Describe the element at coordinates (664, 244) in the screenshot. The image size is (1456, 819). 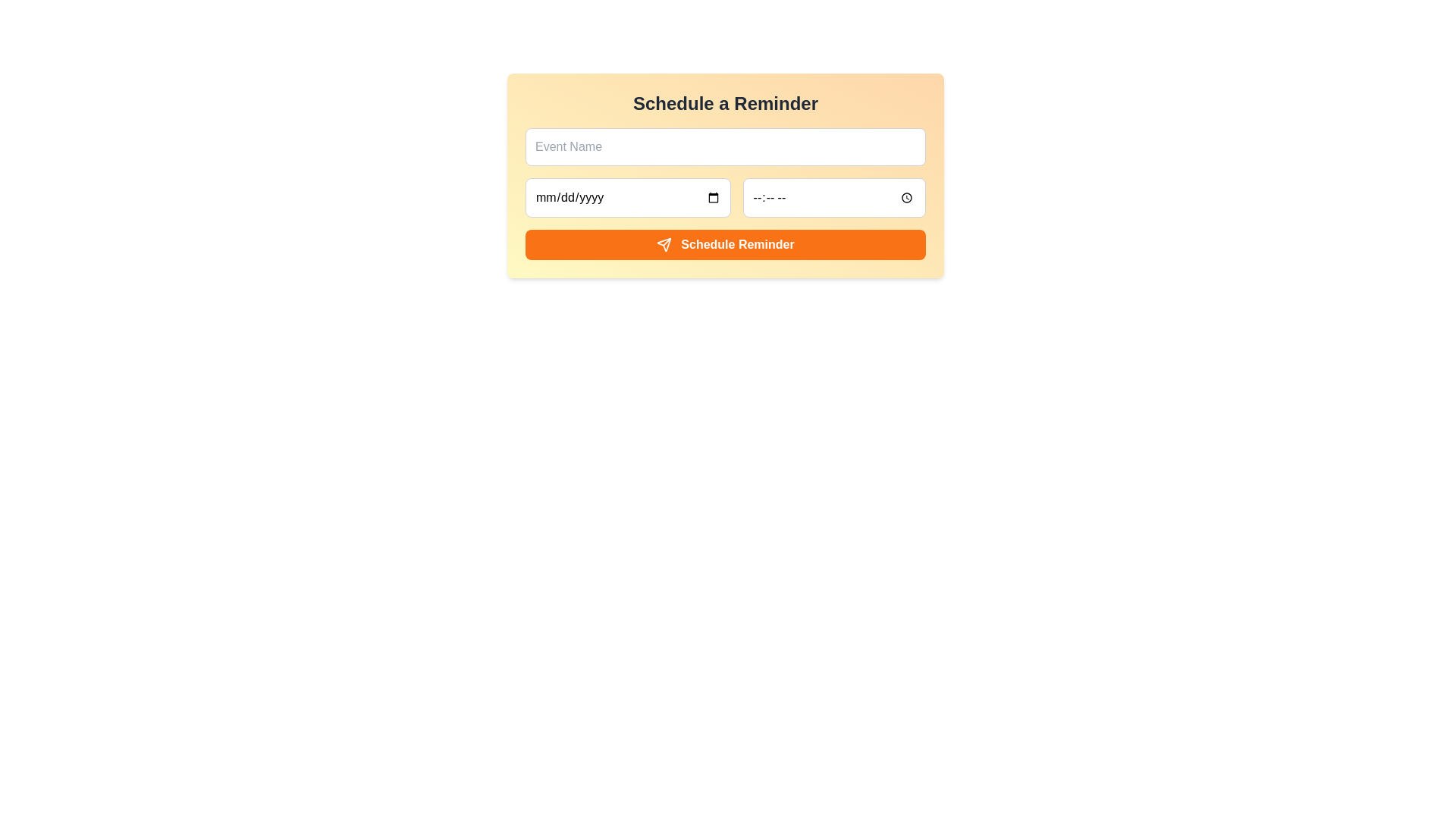
I see `the icon indicating the action of submitting or sending the reminder schedule located within the 'Schedule Reminder' button at the bottom of the form` at that location.